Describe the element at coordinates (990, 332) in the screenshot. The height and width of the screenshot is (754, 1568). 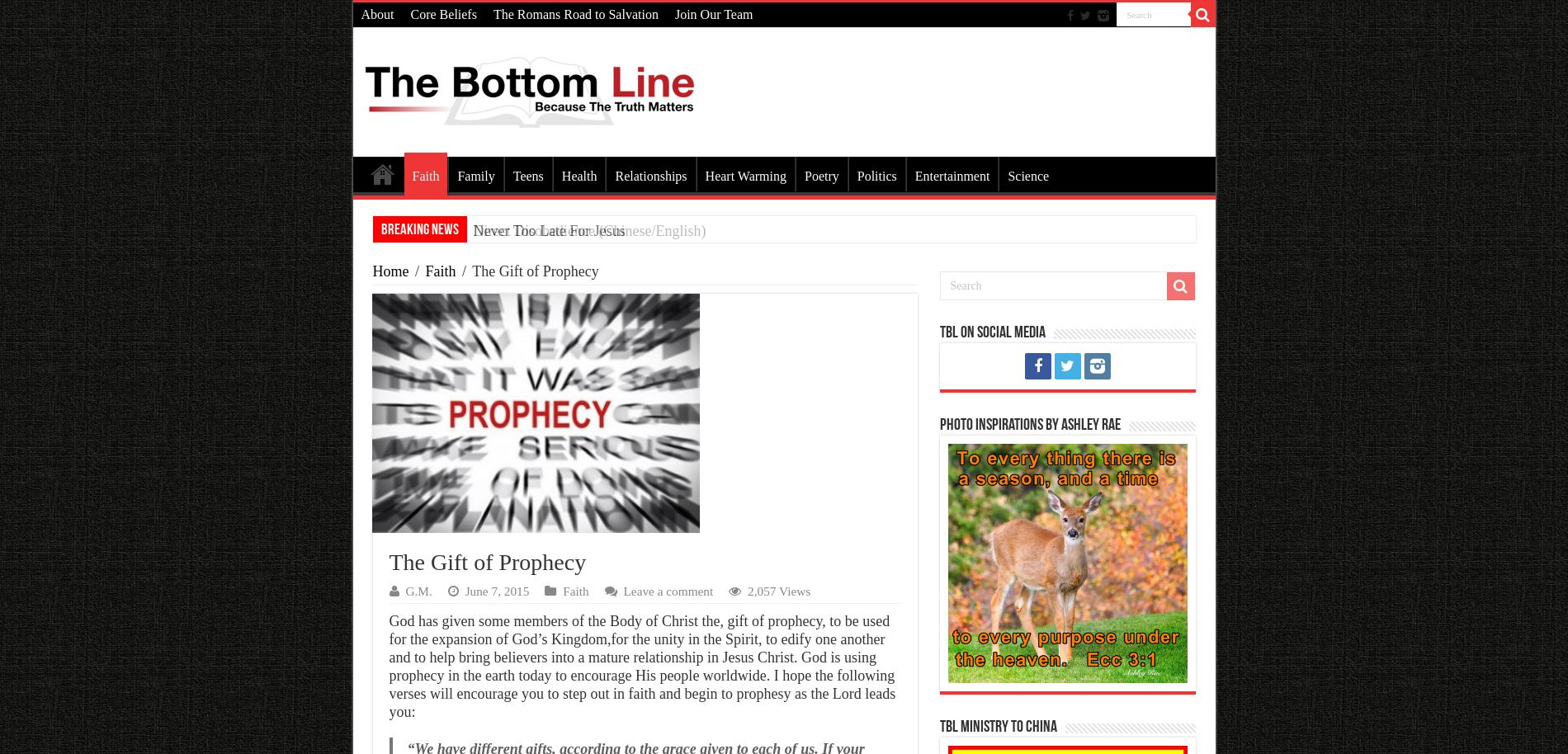
I see `'TBL on Social Media'` at that location.